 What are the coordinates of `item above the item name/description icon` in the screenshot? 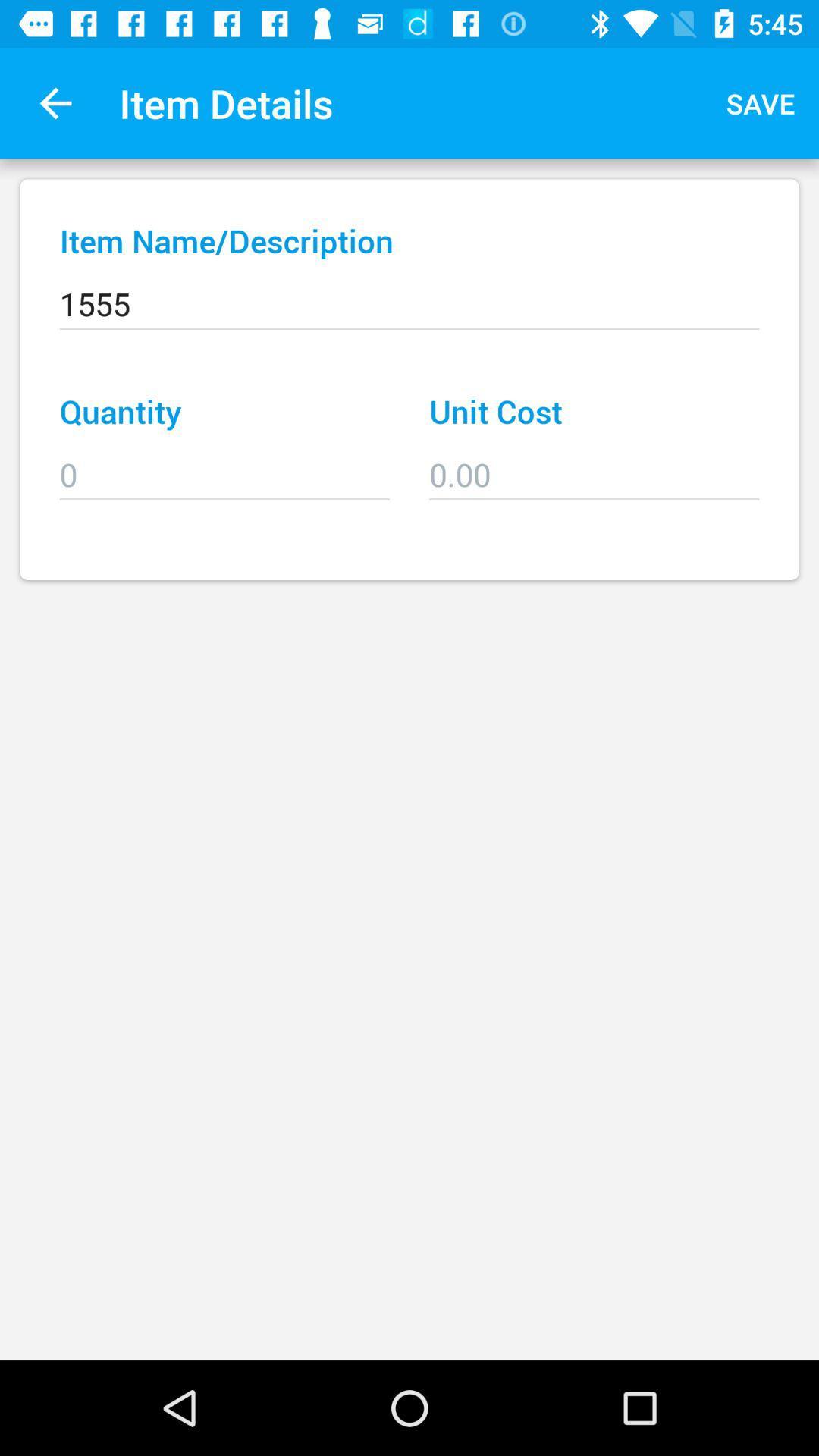 It's located at (55, 102).